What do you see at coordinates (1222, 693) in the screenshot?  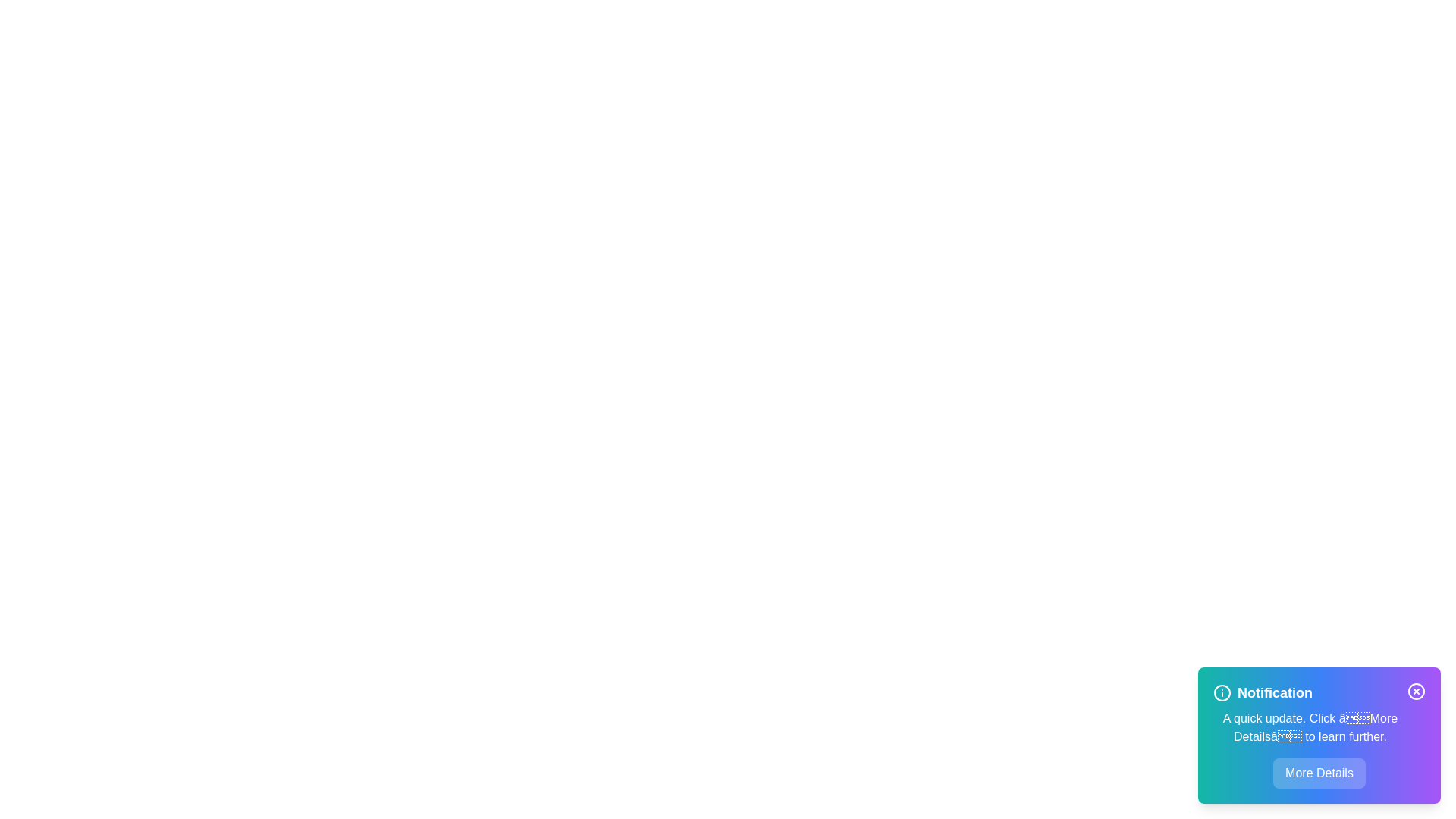 I see `the Info icon to inspect it` at bounding box center [1222, 693].